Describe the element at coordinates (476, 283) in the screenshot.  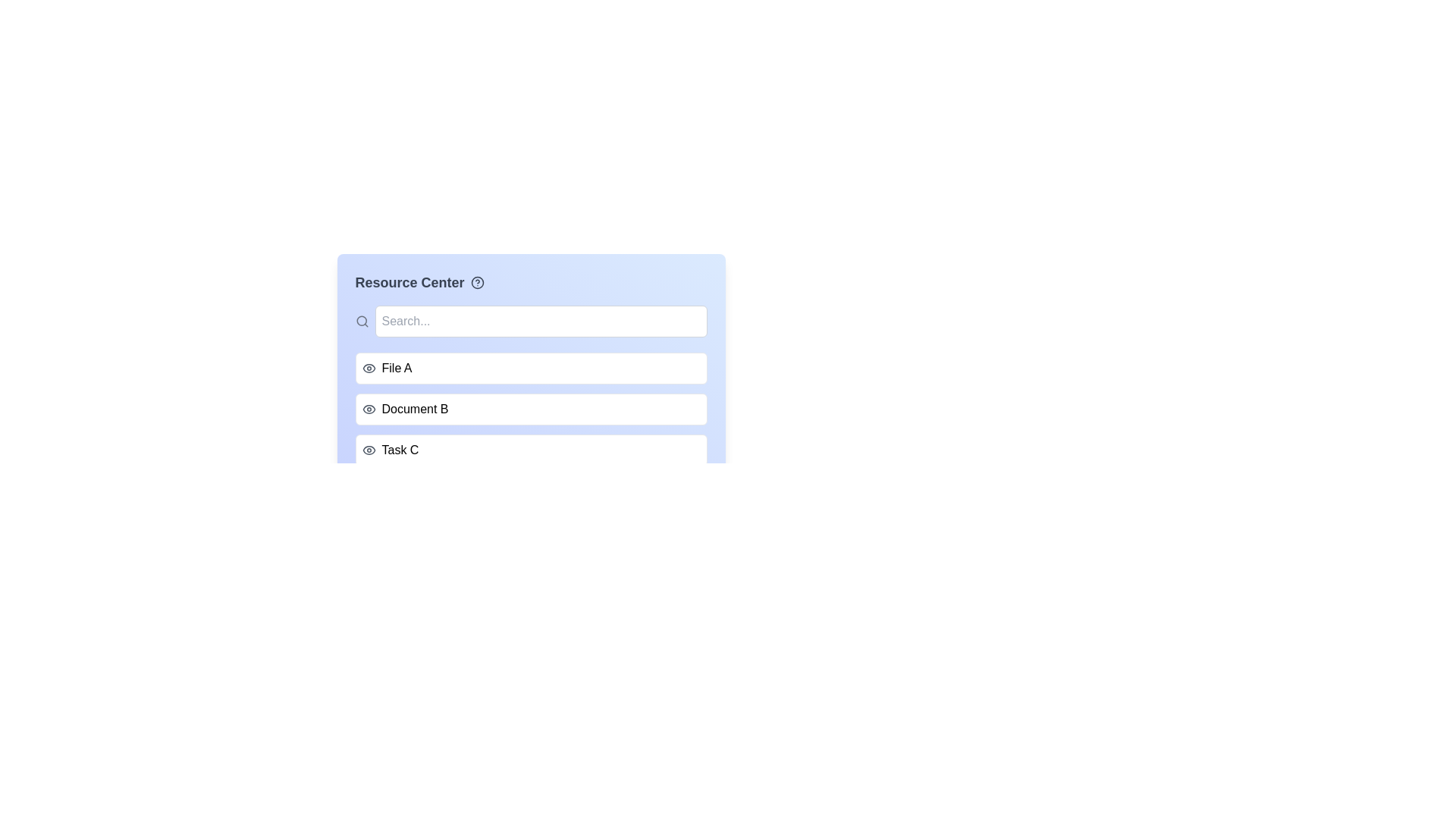
I see `the help icon located to the right of the 'Resource Center' heading` at that location.